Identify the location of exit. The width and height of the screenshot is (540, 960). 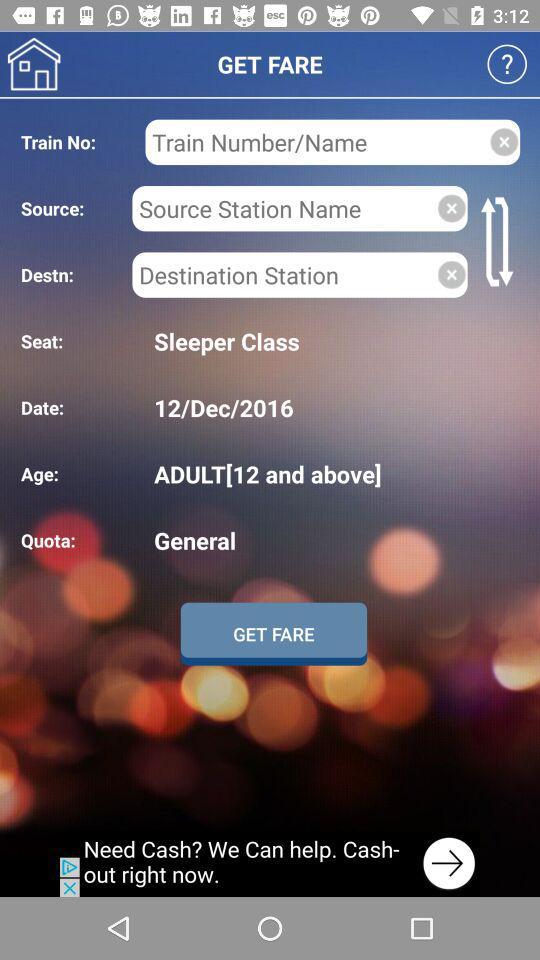
(503, 141).